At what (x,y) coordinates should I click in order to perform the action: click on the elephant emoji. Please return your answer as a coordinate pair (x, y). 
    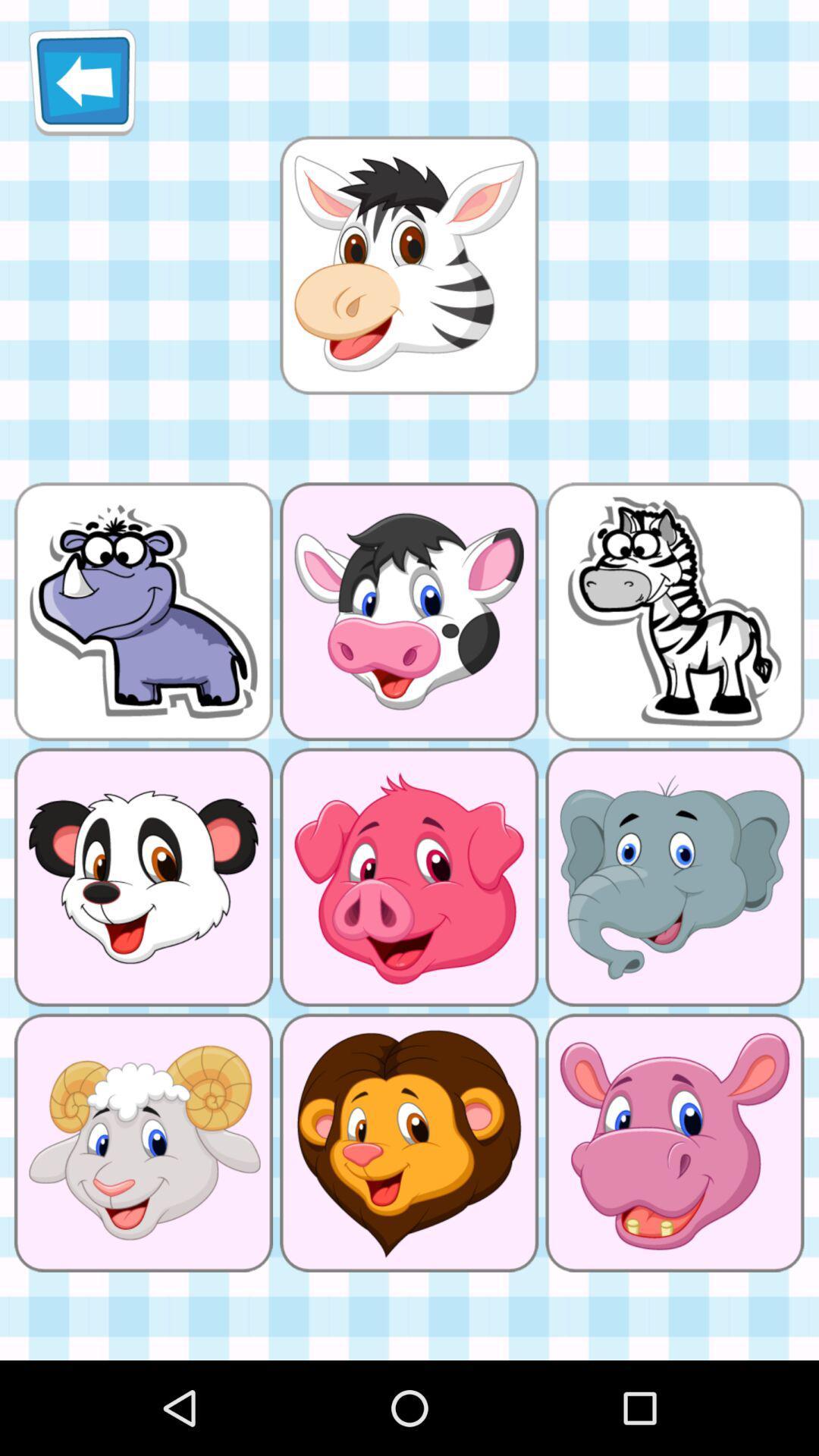
    Looking at the image, I should click on (674, 877).